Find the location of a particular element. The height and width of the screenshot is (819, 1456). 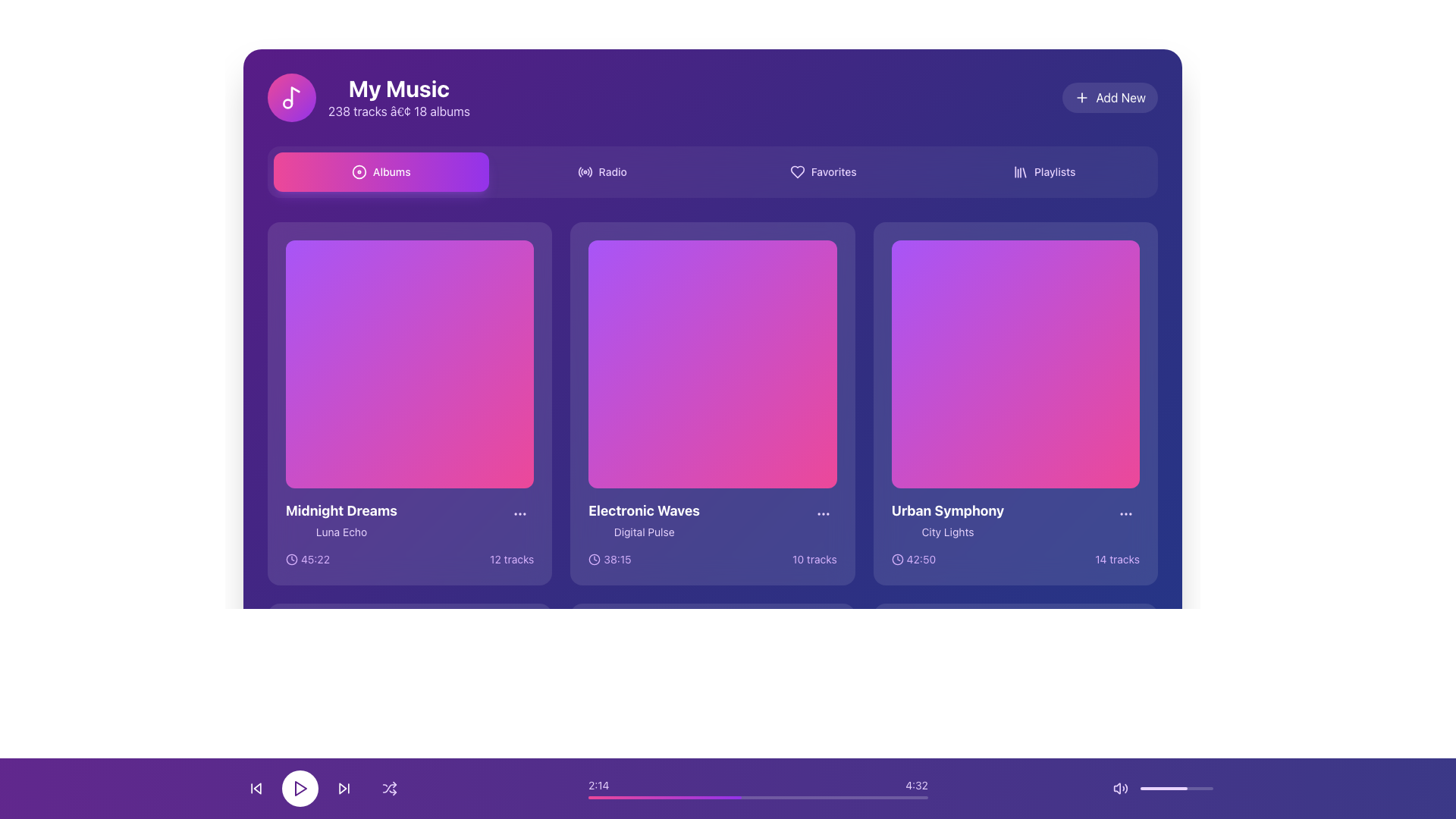

the circular button with a white fill and purple play icon is located at coordinates (300, 788).